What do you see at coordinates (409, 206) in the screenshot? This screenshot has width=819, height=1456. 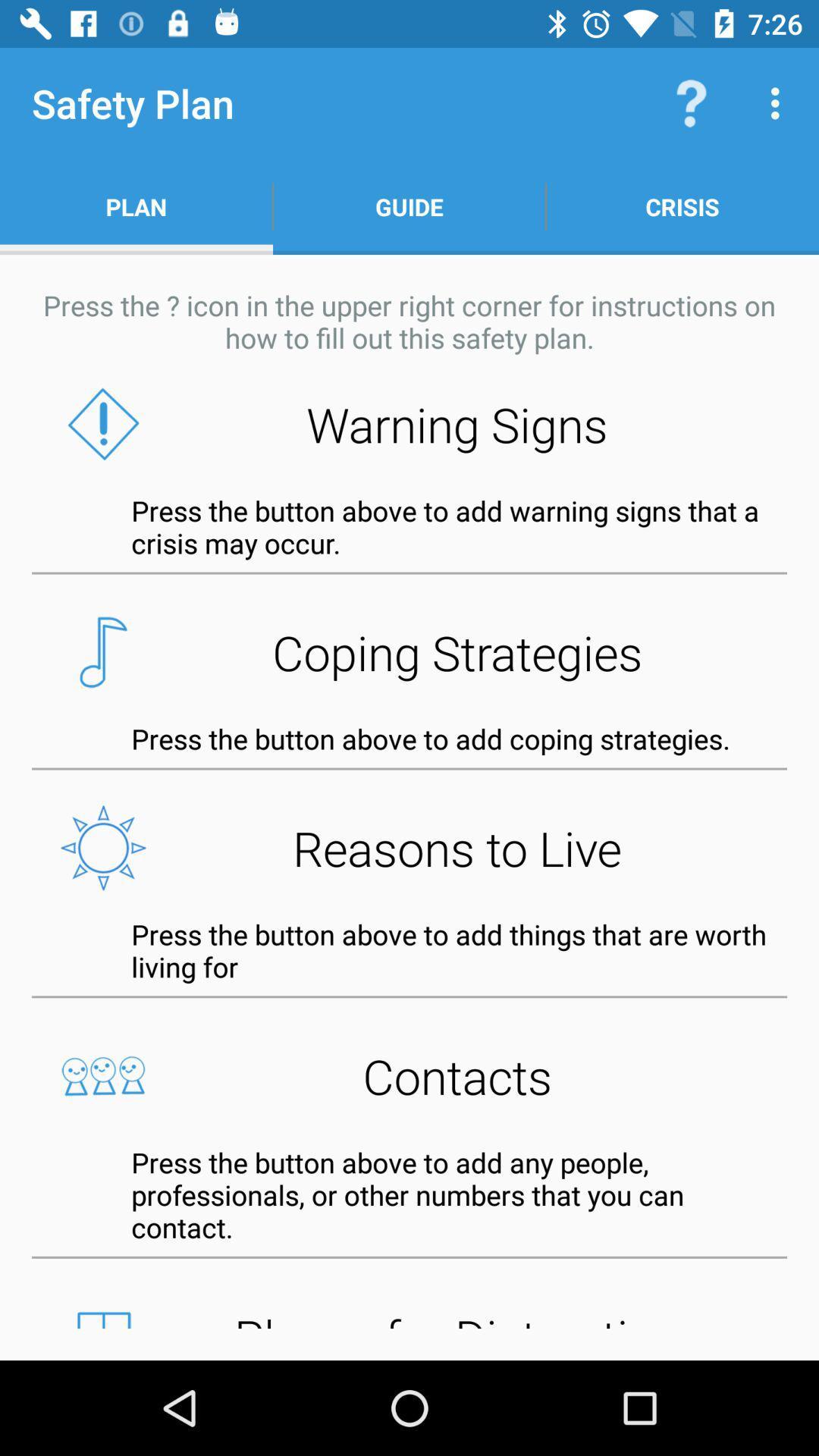 I see `the app next to the plan item` at bounding box center [409, 206].